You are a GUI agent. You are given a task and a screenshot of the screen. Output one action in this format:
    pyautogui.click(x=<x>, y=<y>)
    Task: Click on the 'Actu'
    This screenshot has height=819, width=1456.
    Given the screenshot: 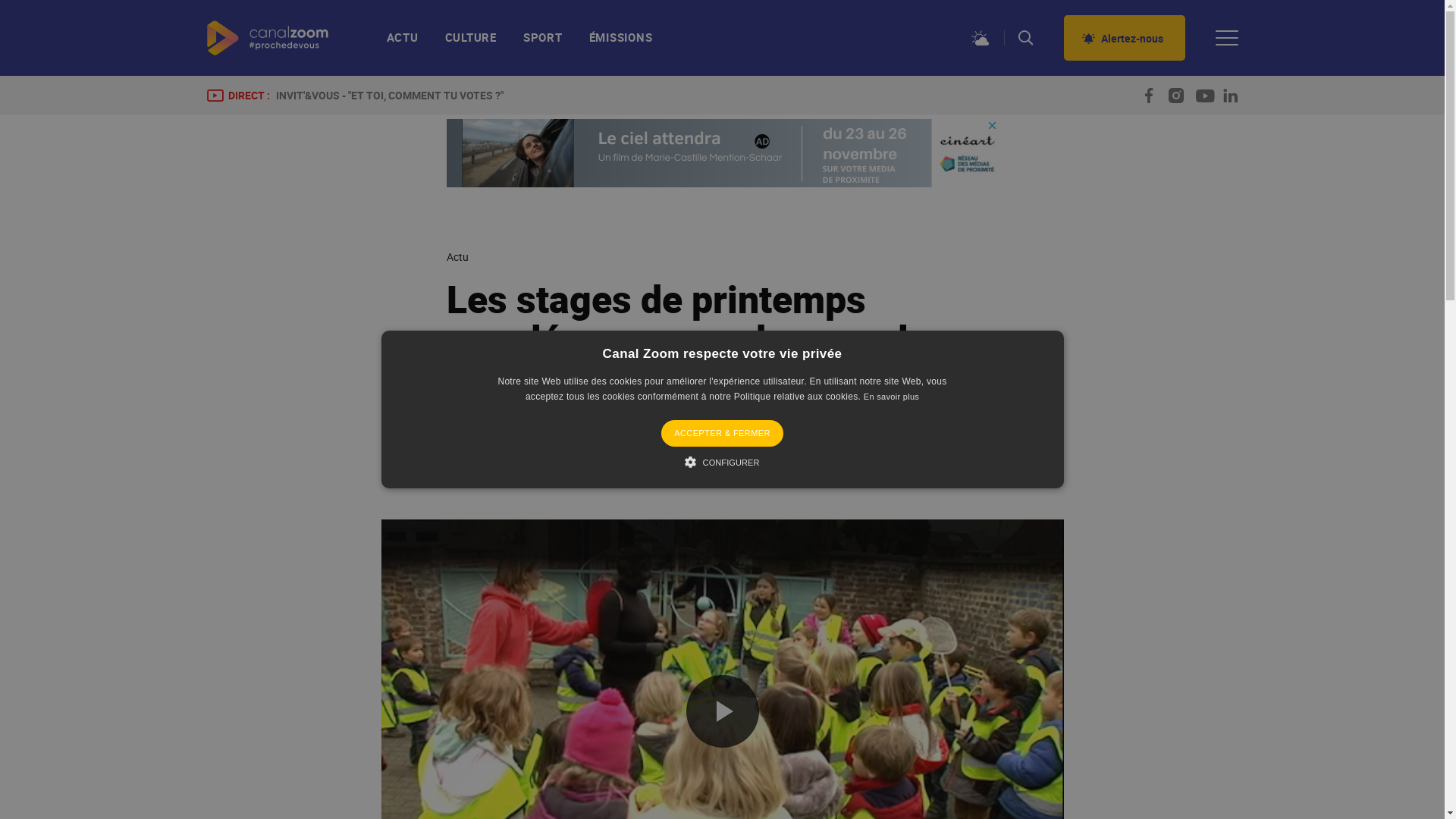 What is the action you would take?
    pyautogui.click(x=456, y=256)
    